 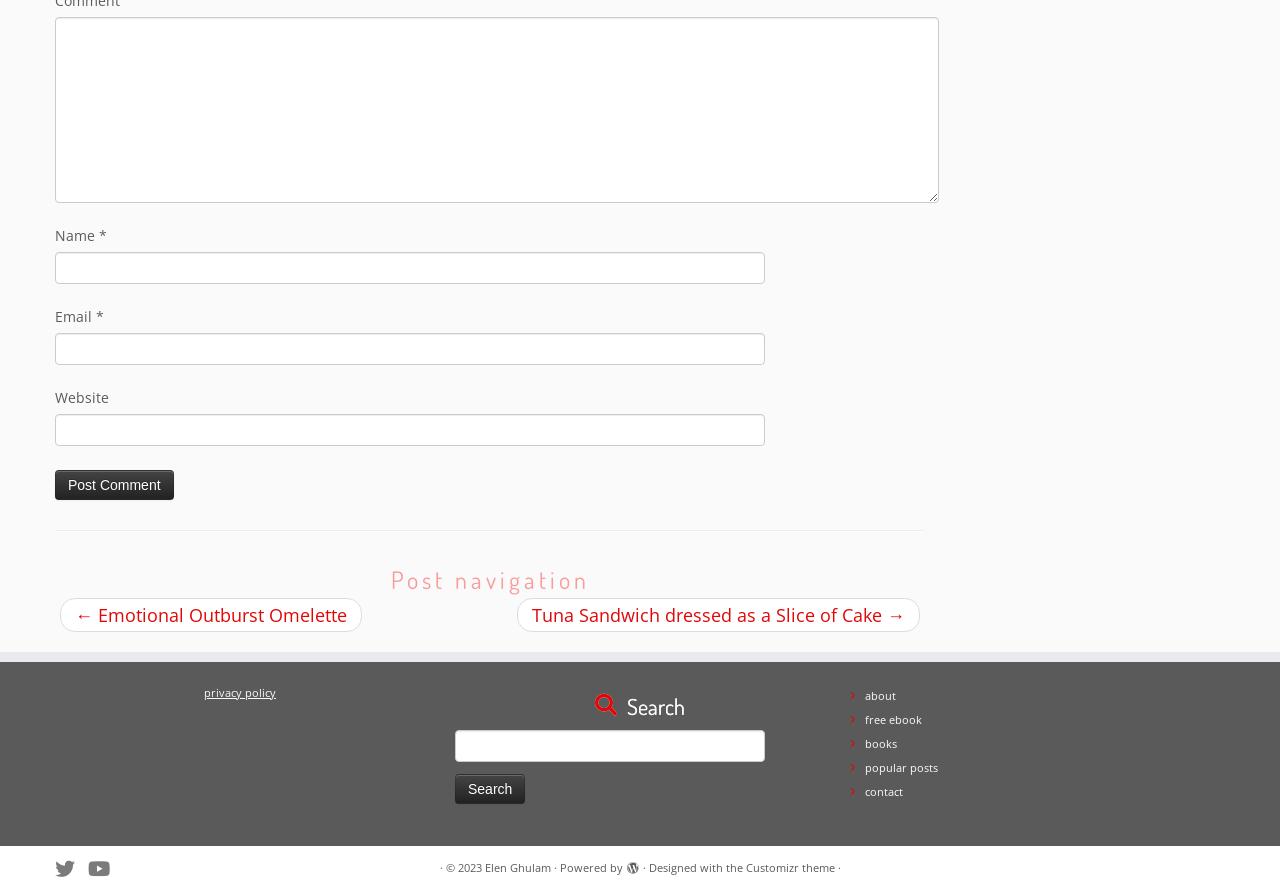 I want to click on 'Website', so click(x=81, y=397).